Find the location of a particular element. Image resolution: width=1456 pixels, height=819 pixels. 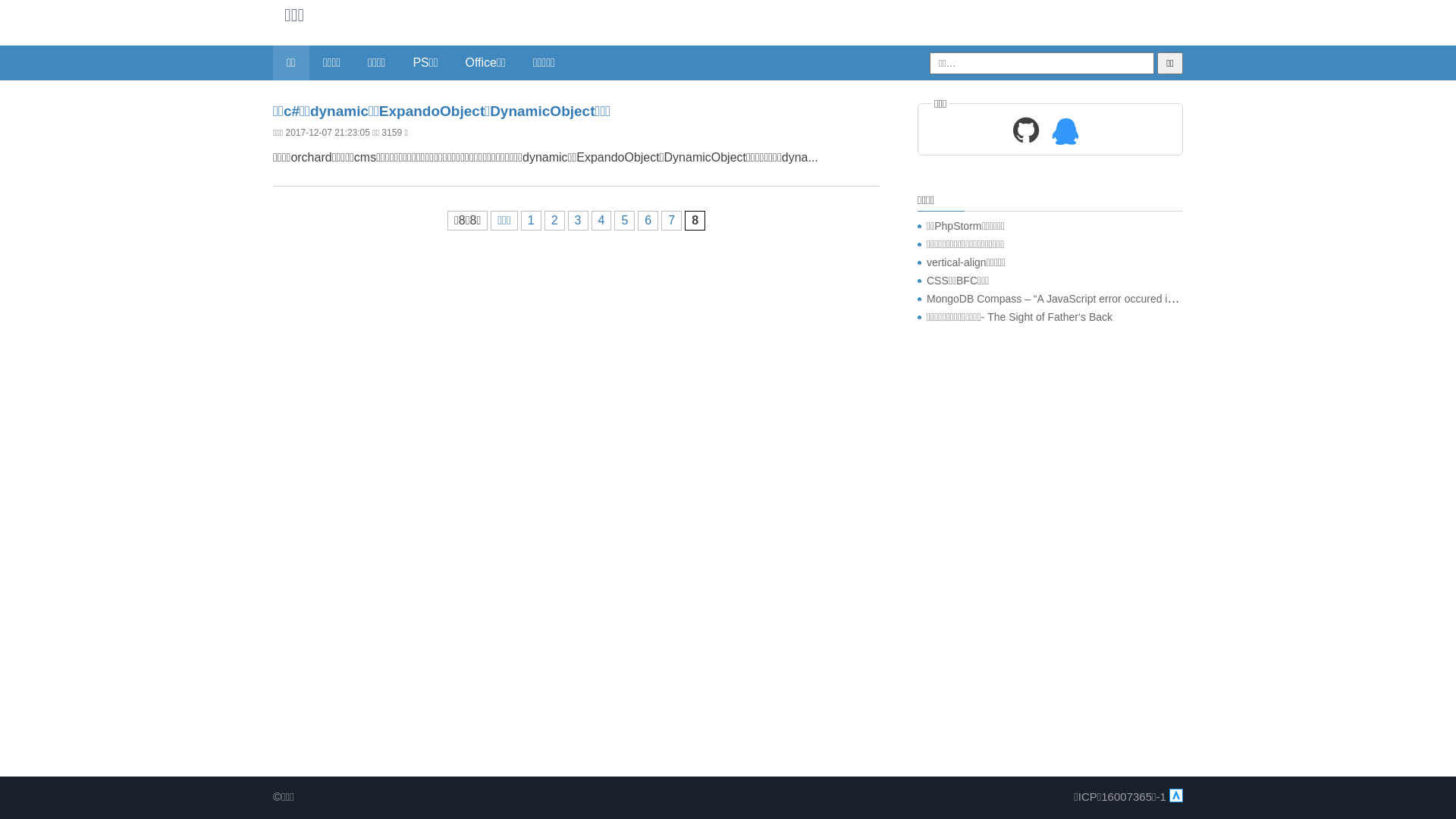

'2' is located at coordinates (554, 220).